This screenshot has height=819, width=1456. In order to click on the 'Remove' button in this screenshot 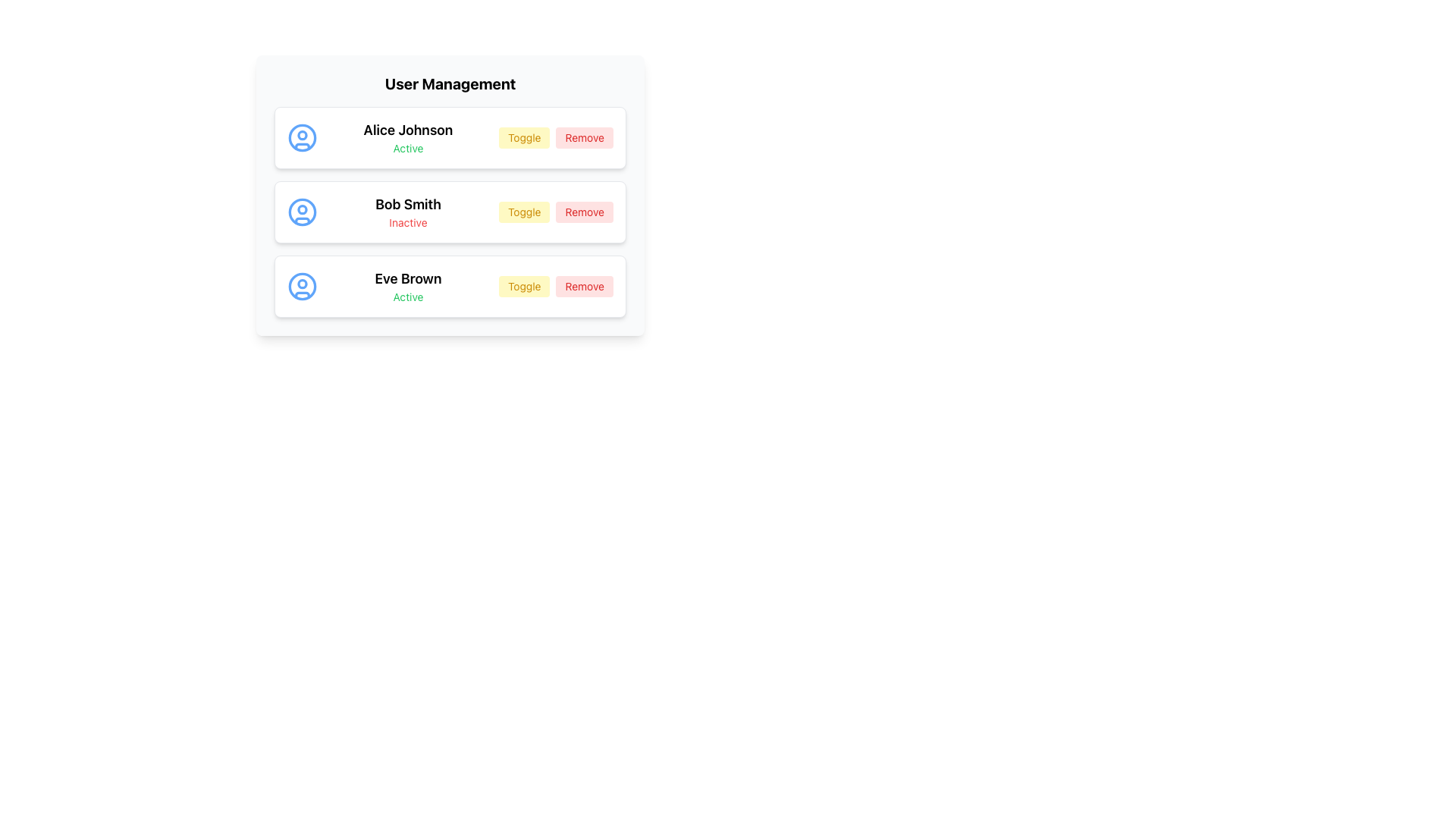, I will do `click(584, 287)`.